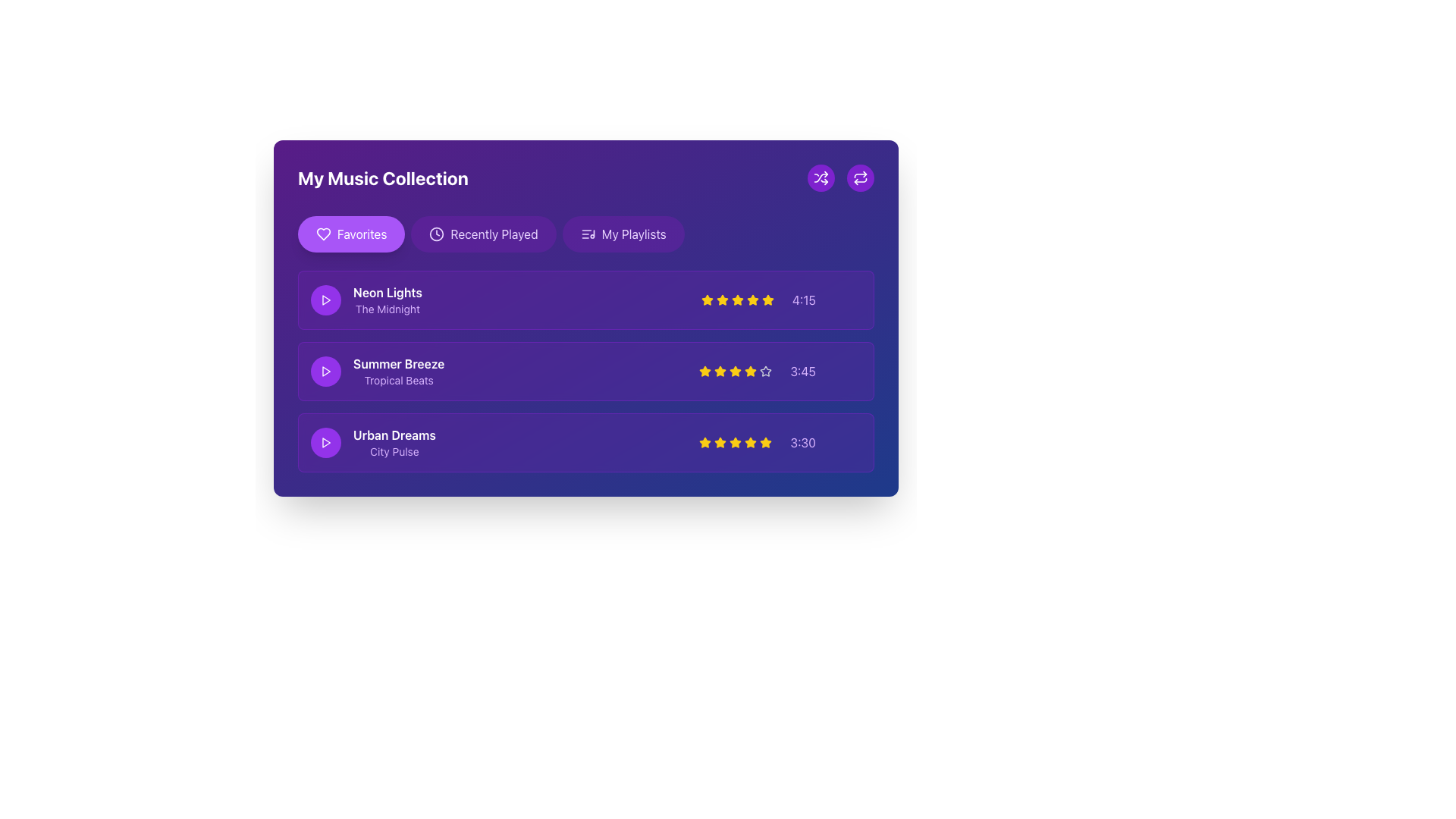 The width and height of the screenshot is (1456, 819). What do you see at coordinates (704, 371) in the screenshot?
I see `the third yellow star icon to set or change the rating for the song 'Summer Breeze' in the playlist` at bounding box center [704, 371].